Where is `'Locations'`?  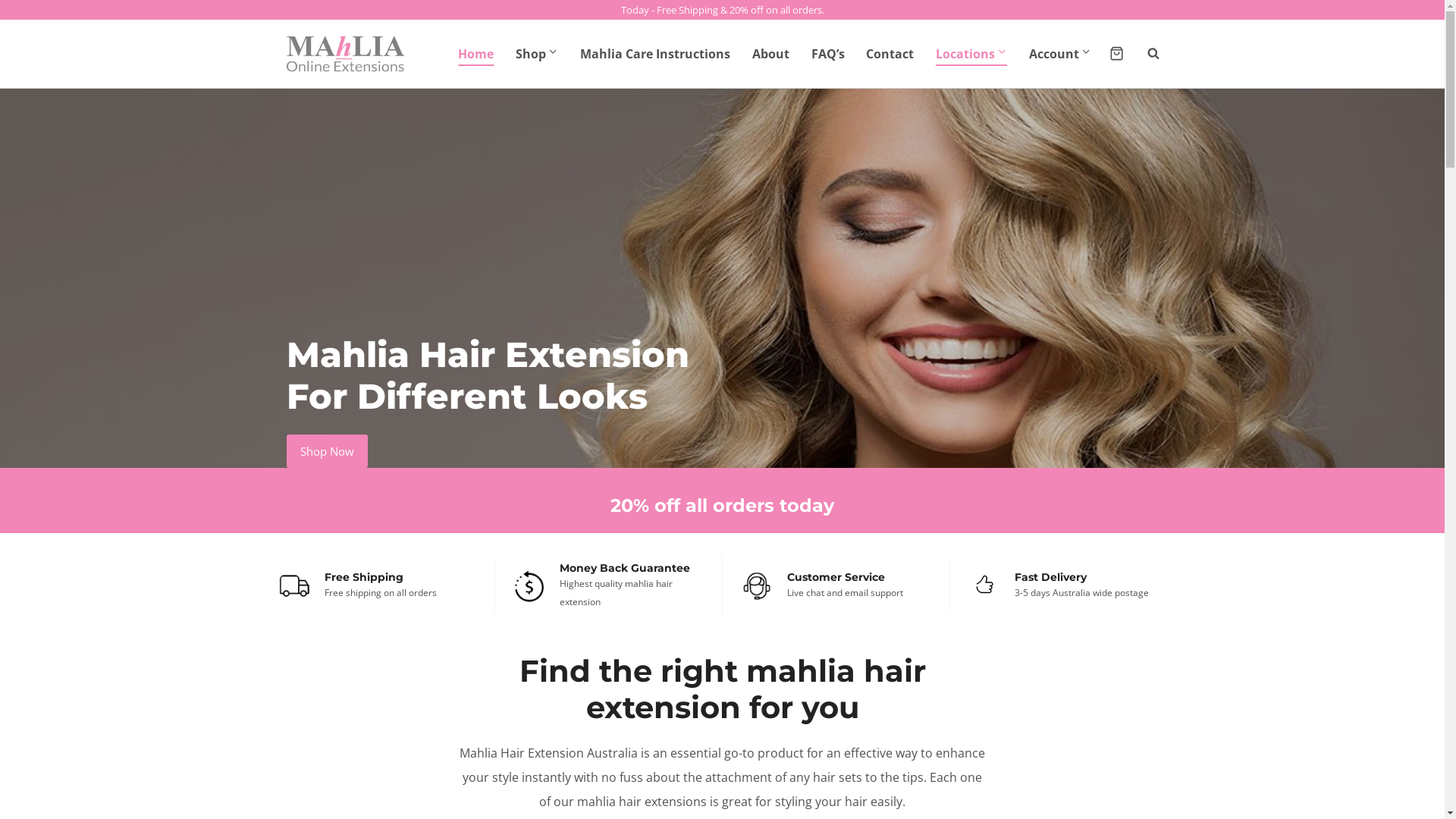
'Locations' is located at coordinates (971, 52).